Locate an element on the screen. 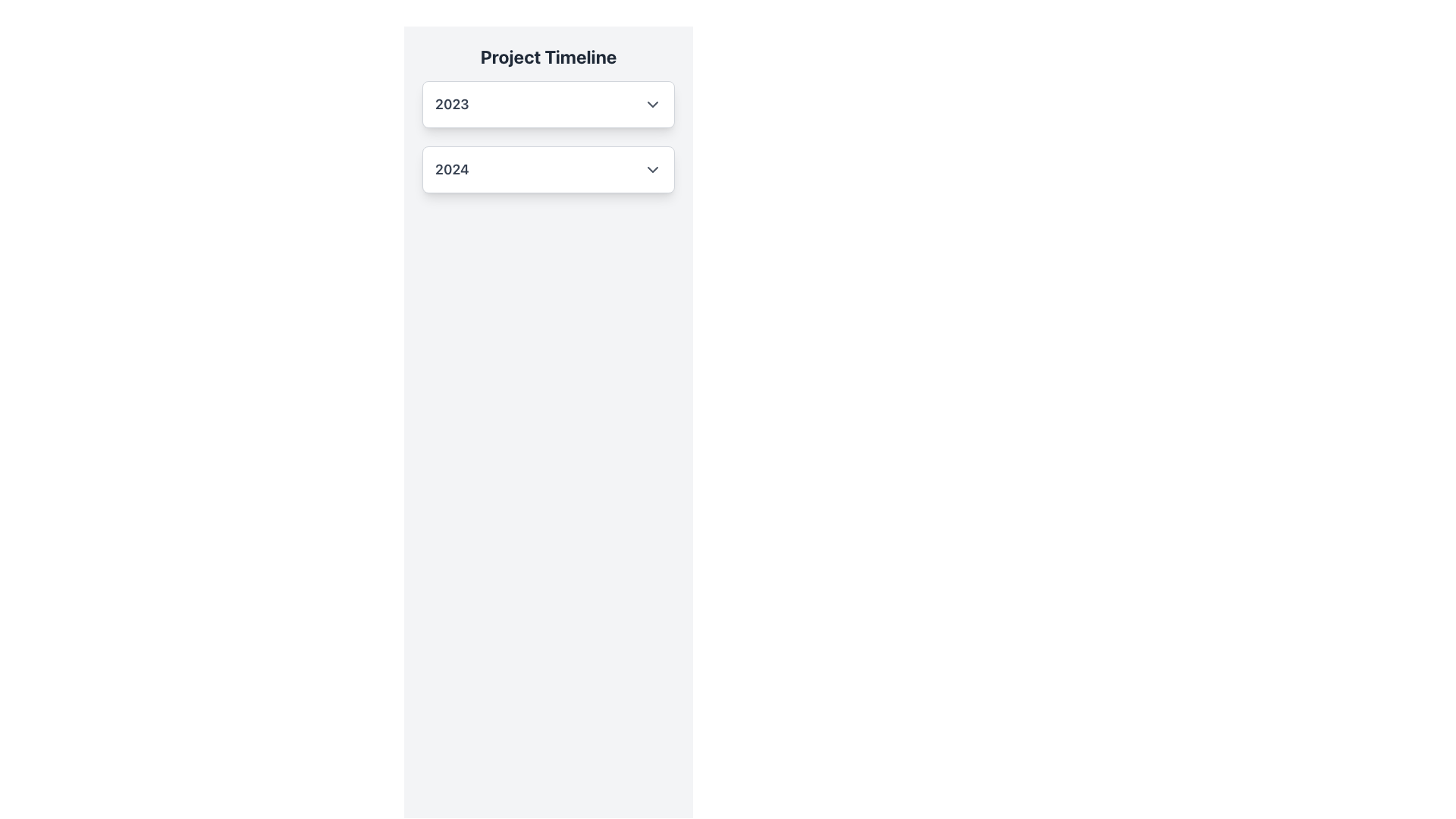 The width and height of the screenshot is (1456, 819). the dropdown option displaying '2024' is located at coordinates (548, 169).